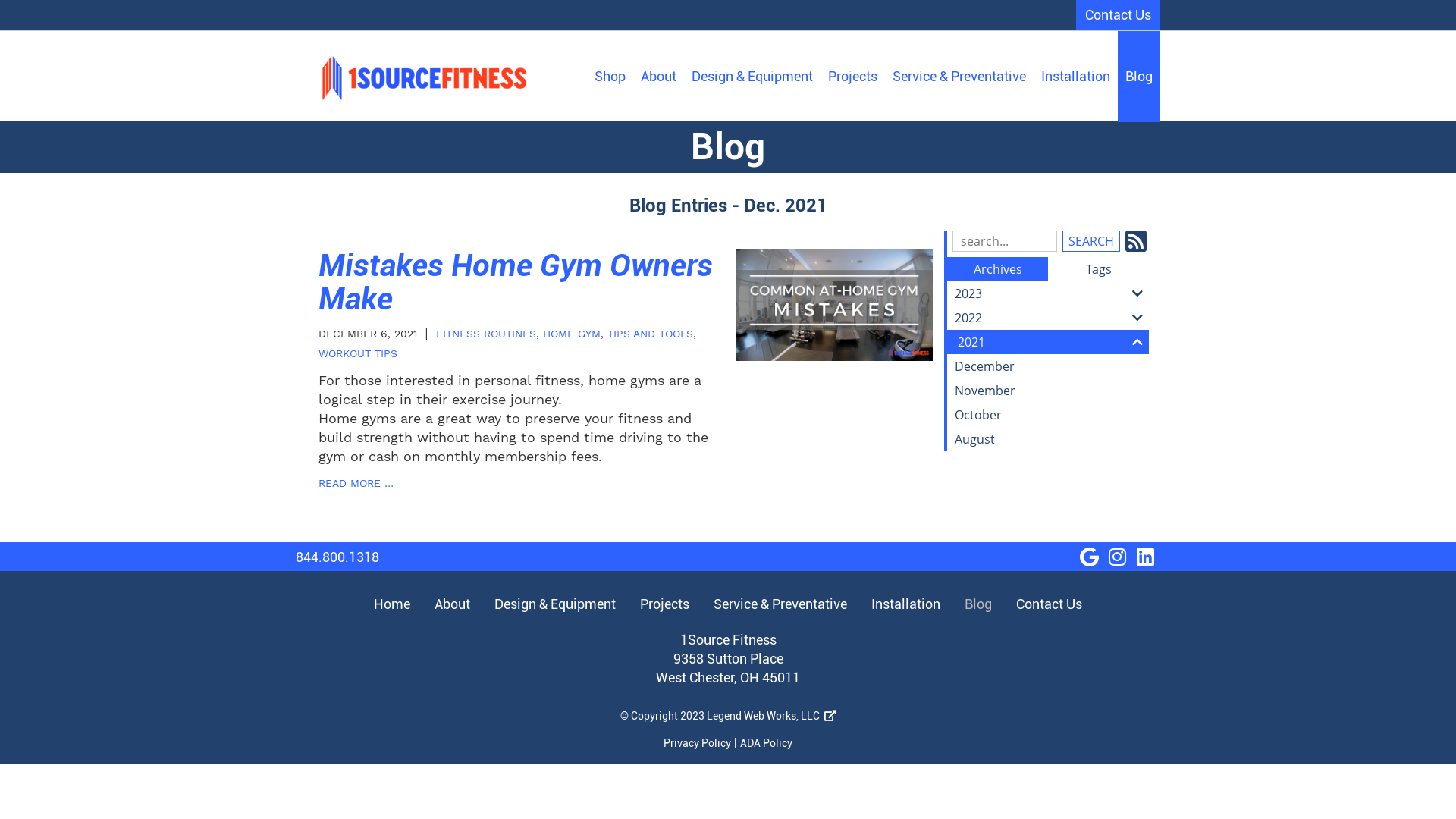  What do you see at coordinates (978, 603) in the screenshot?
I see `'Blog'` at bounding box center [978, 603].